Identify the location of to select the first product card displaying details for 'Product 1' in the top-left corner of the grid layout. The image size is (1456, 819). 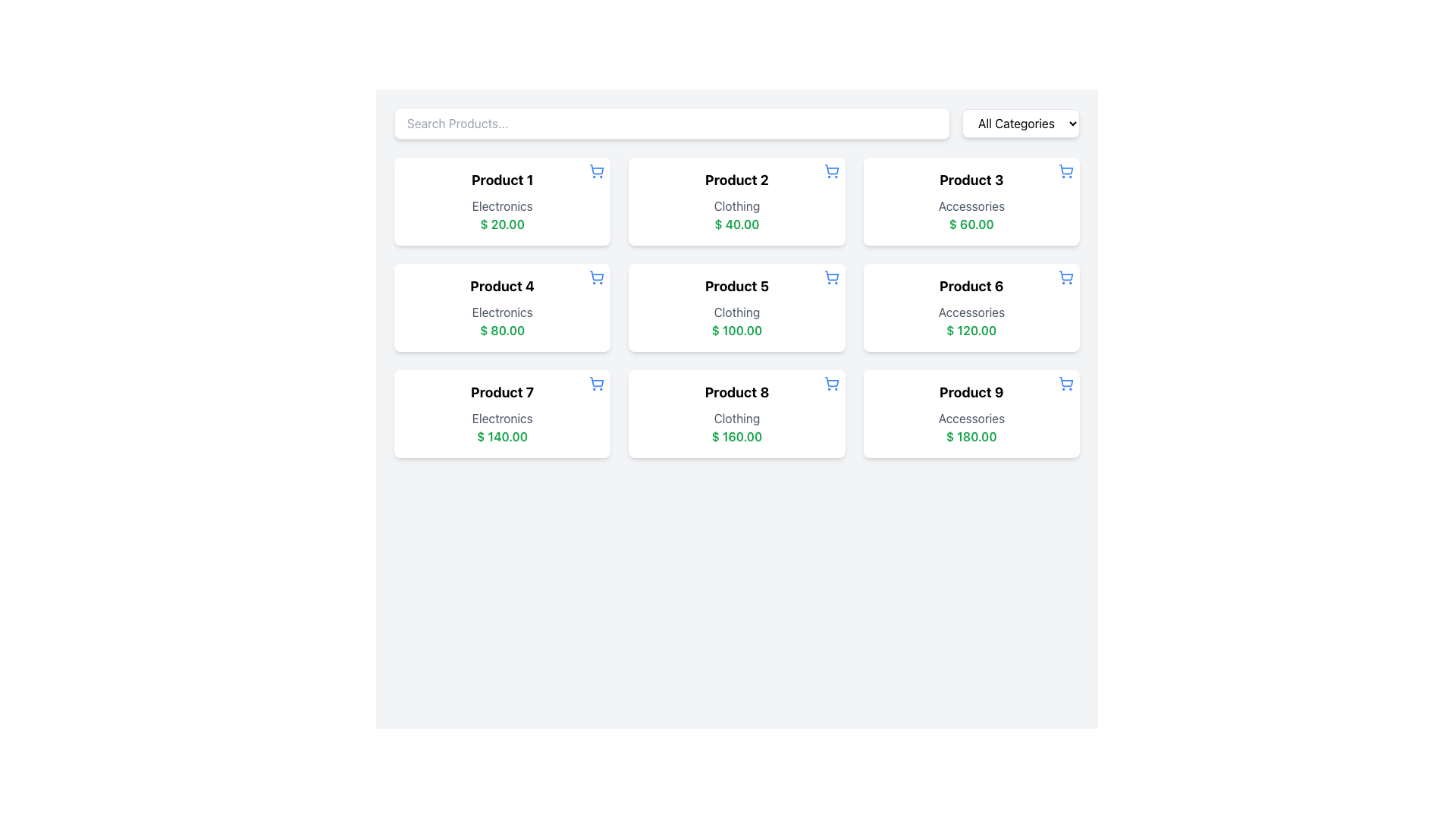
(502, 201).